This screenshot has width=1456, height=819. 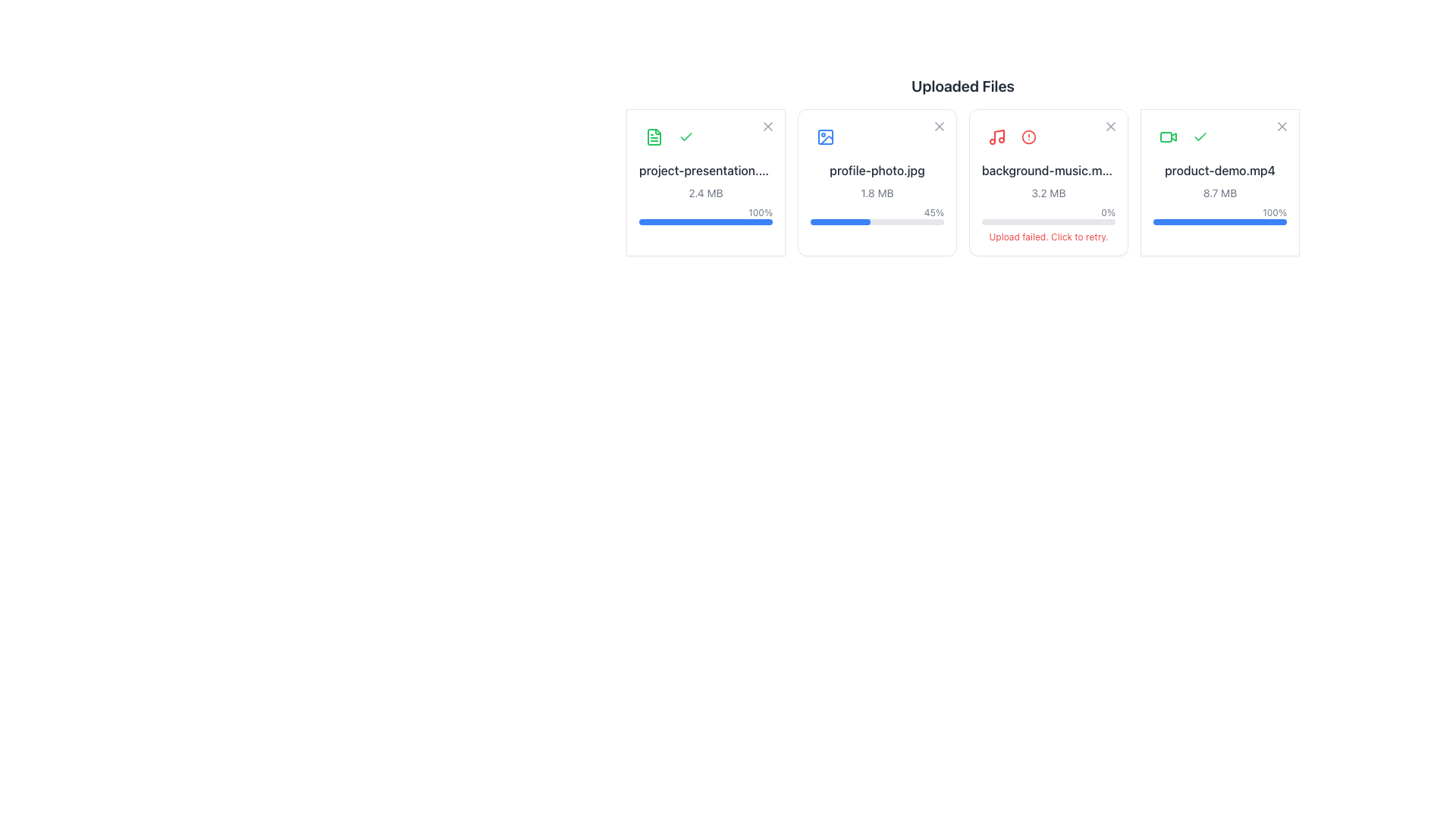 I want to click on the text label displaying the size of a file, which is styled with a small font size and a gray color, located within a card containing details about a file download, so click(x=705, y=192).